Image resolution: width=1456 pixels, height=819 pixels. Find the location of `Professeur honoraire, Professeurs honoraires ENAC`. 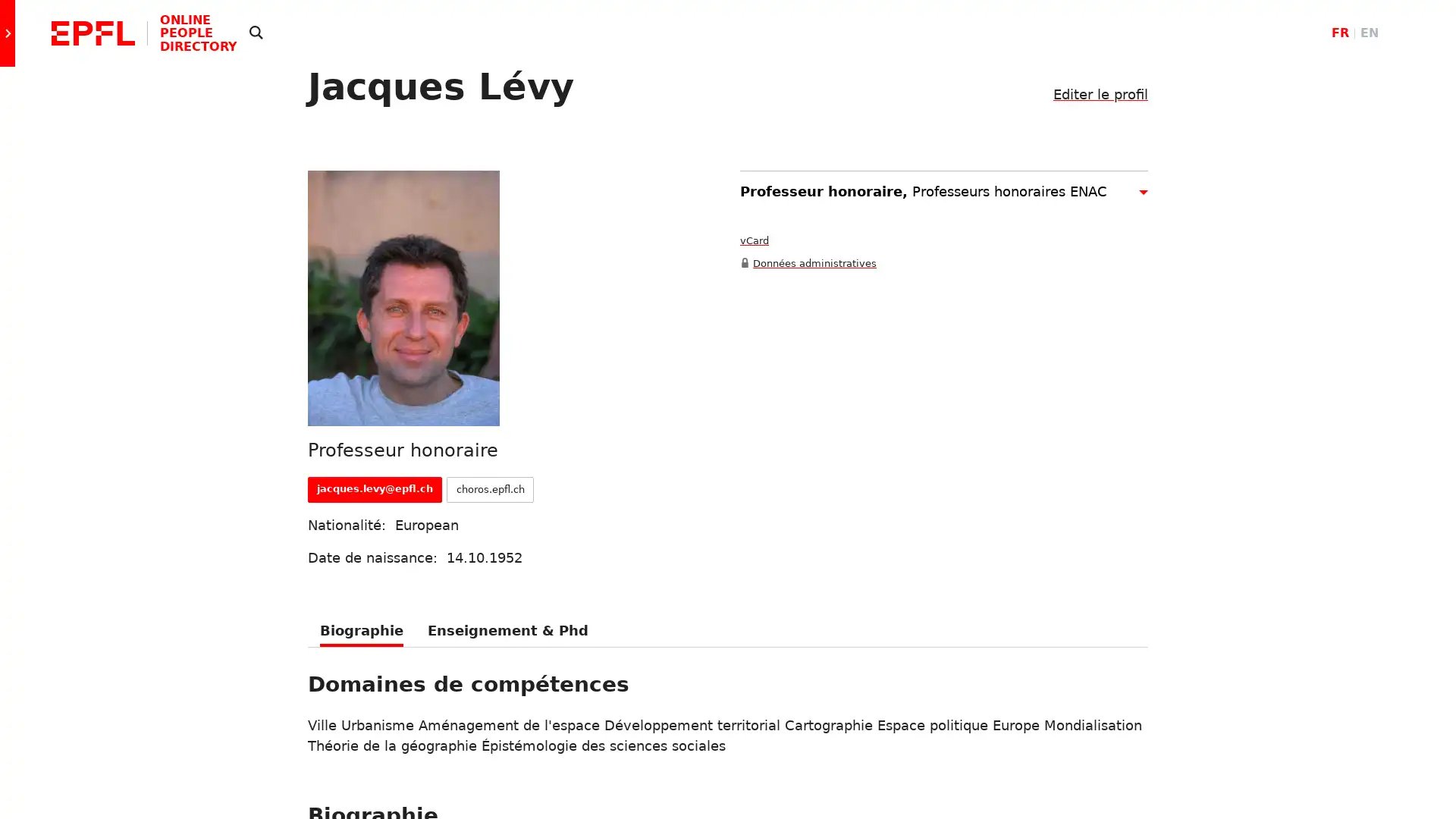

Professeur honoraire, Professeurs honoraires ENAC is located at coordinates (943, 190).